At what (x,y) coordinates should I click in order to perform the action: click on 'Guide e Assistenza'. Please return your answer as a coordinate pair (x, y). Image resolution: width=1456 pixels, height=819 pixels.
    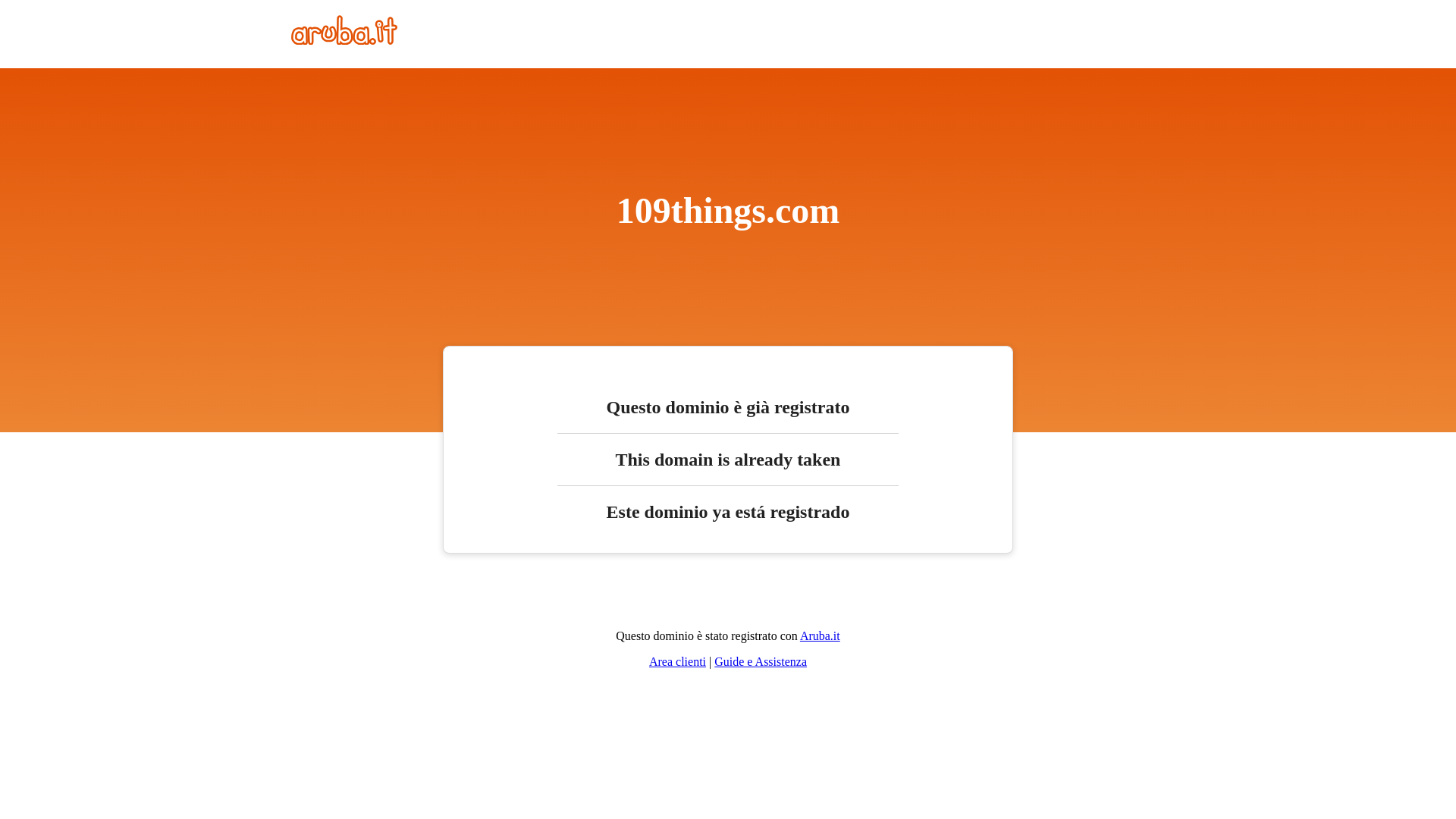
    Looking at the image, I should click on (713, 661).